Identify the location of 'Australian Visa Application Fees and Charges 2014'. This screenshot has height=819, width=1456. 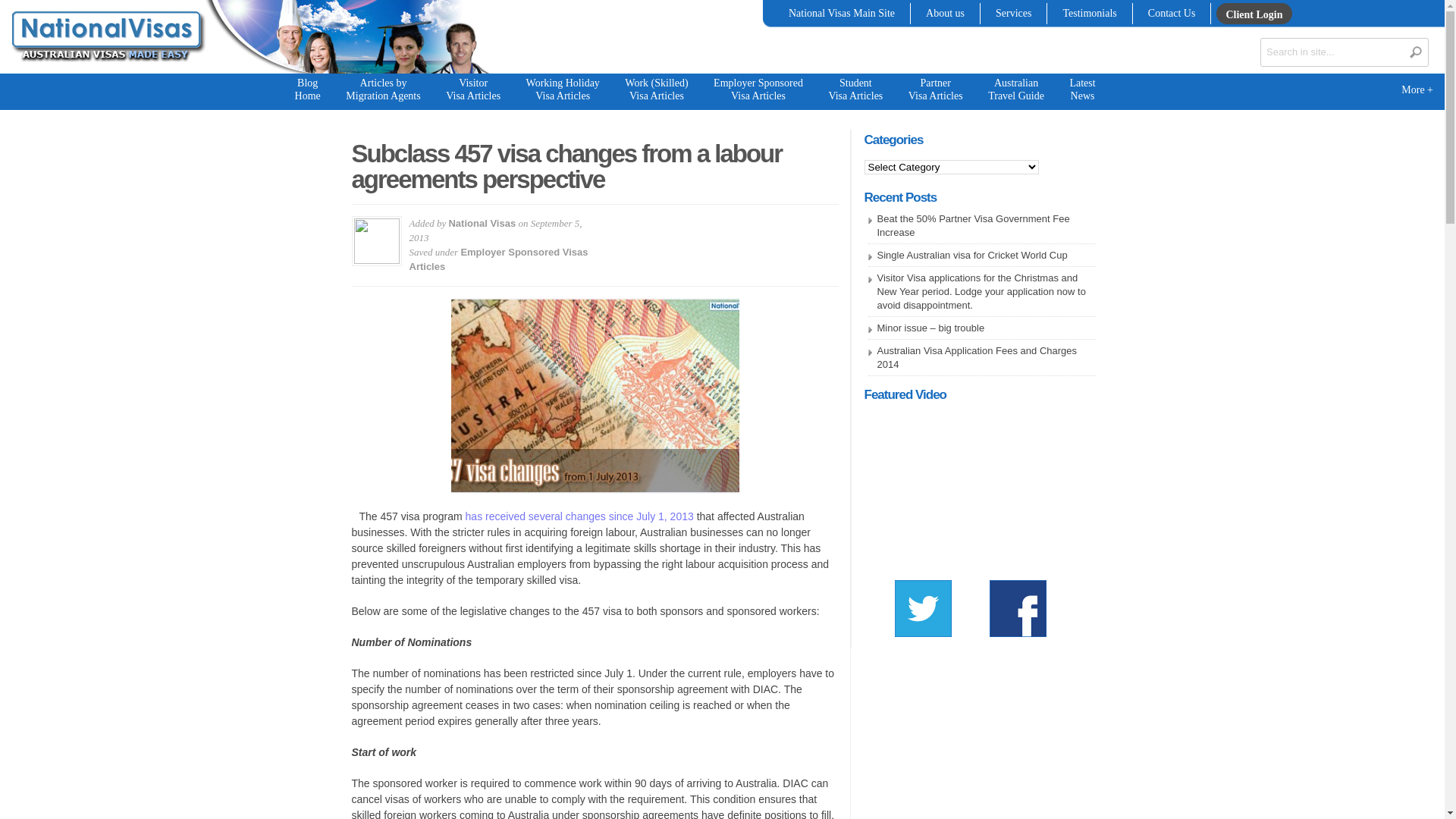
(976, 357).